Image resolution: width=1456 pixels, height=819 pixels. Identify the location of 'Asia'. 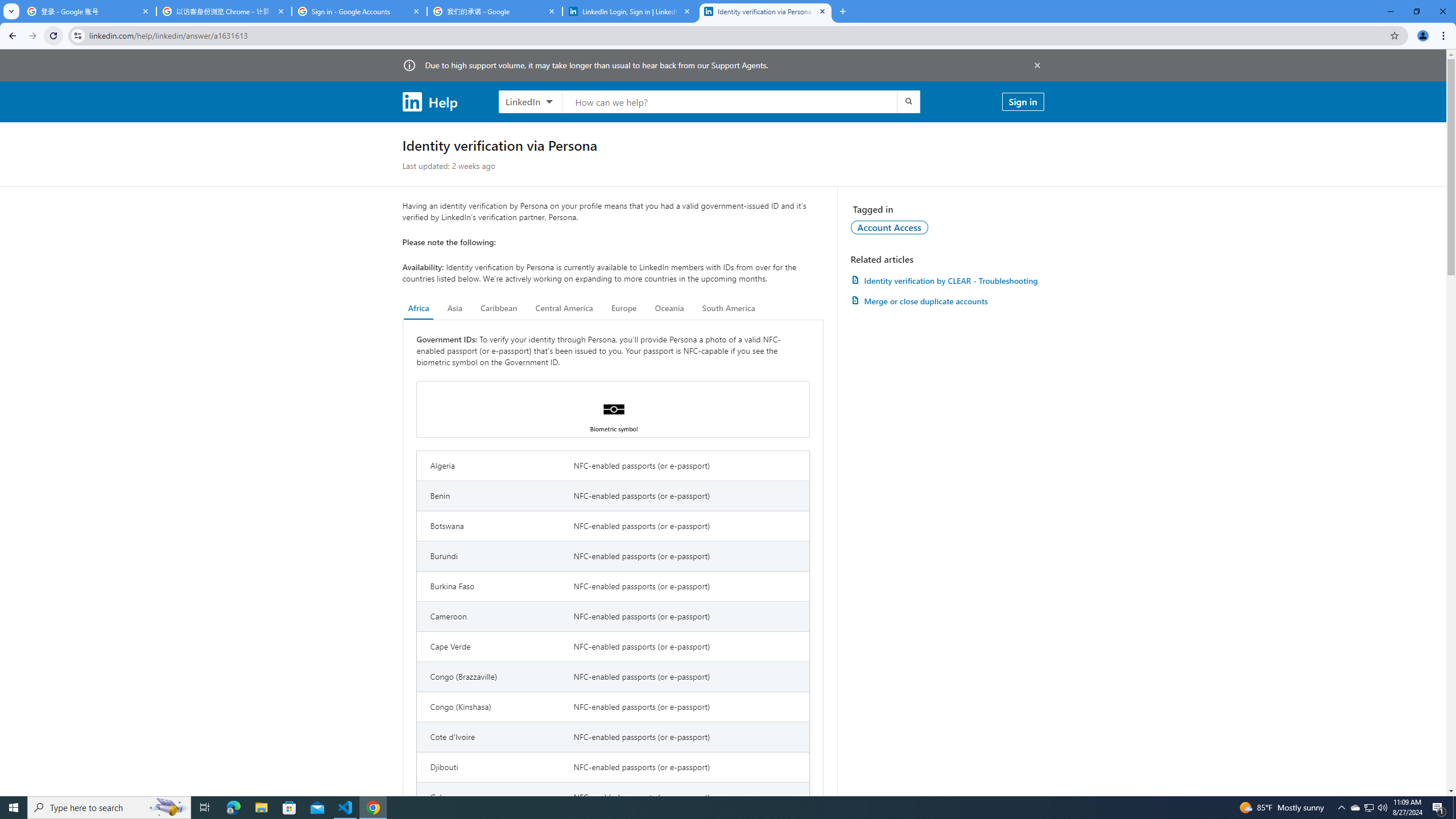
(454, 308).